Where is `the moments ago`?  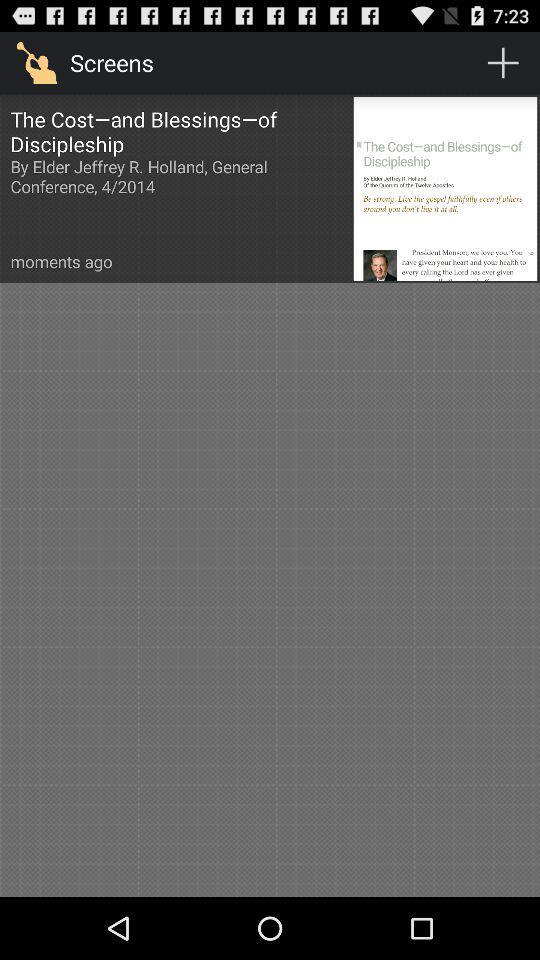
the moments ago is located at coordinates (61, 260).